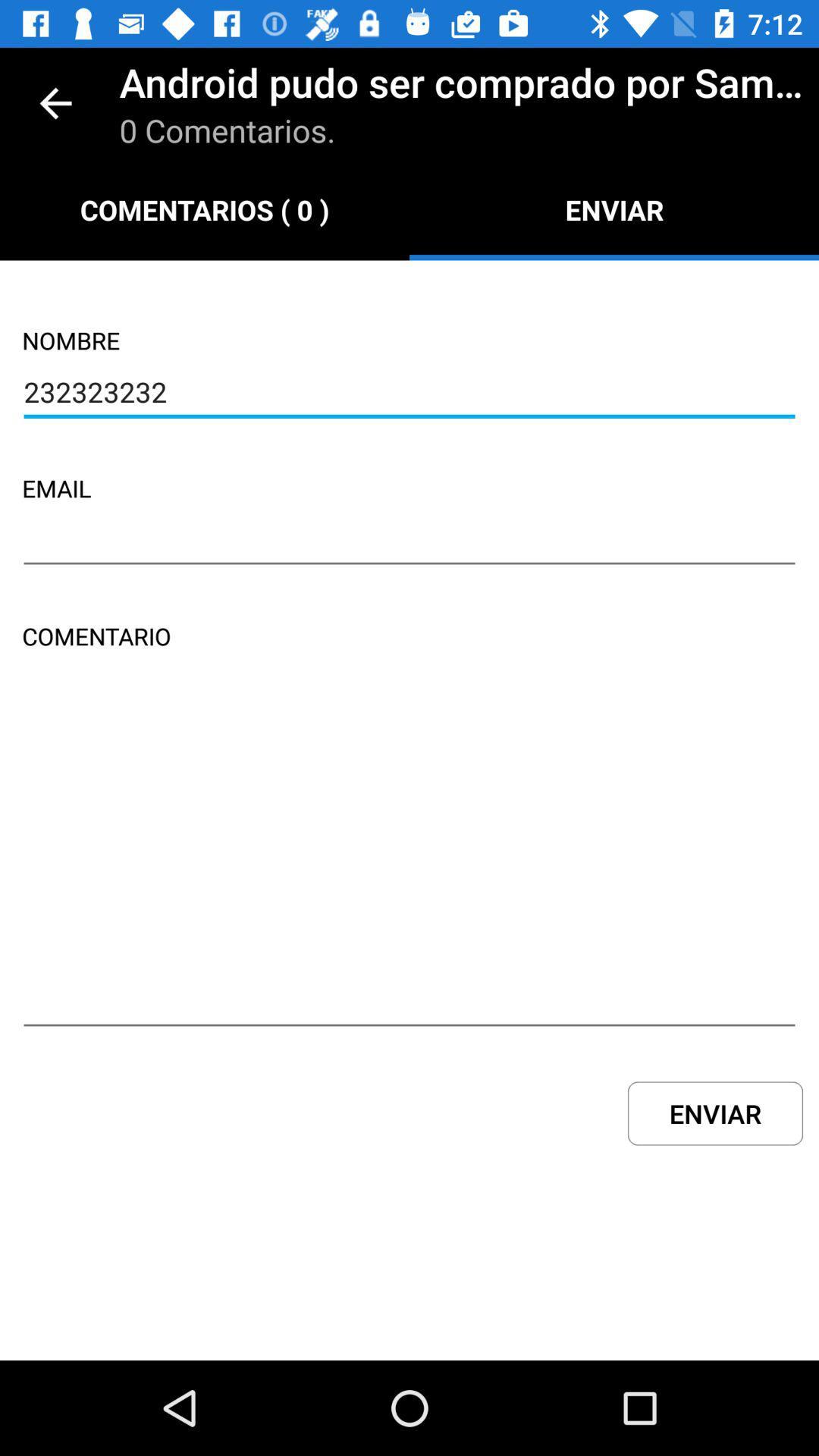  I want to click on icon above email icon, so click(409, 394).